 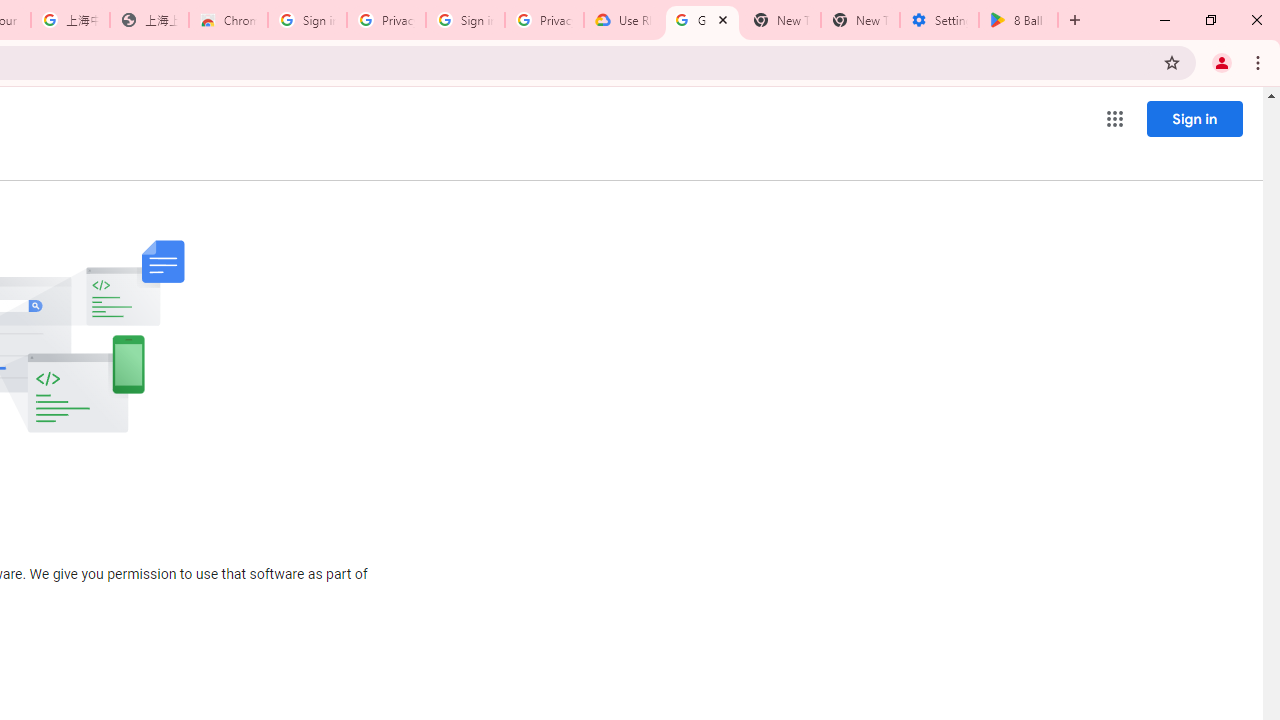 What do you see at coordinates (860, 20) in the screenshot?
I see `'New Tab'` at bounding box center [860, 20].